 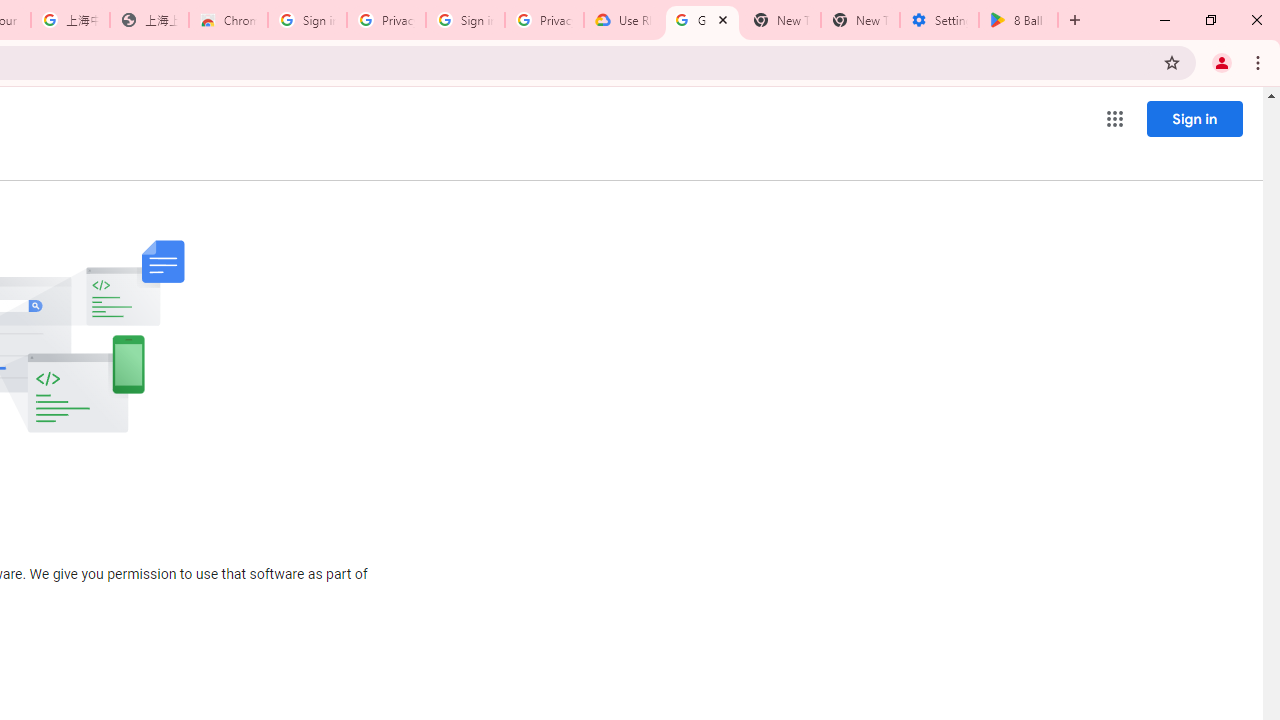 What do you see at coordinates (860, 20) in the screenshot?
I see `'New Tab'` at bounding box center [860, 20].